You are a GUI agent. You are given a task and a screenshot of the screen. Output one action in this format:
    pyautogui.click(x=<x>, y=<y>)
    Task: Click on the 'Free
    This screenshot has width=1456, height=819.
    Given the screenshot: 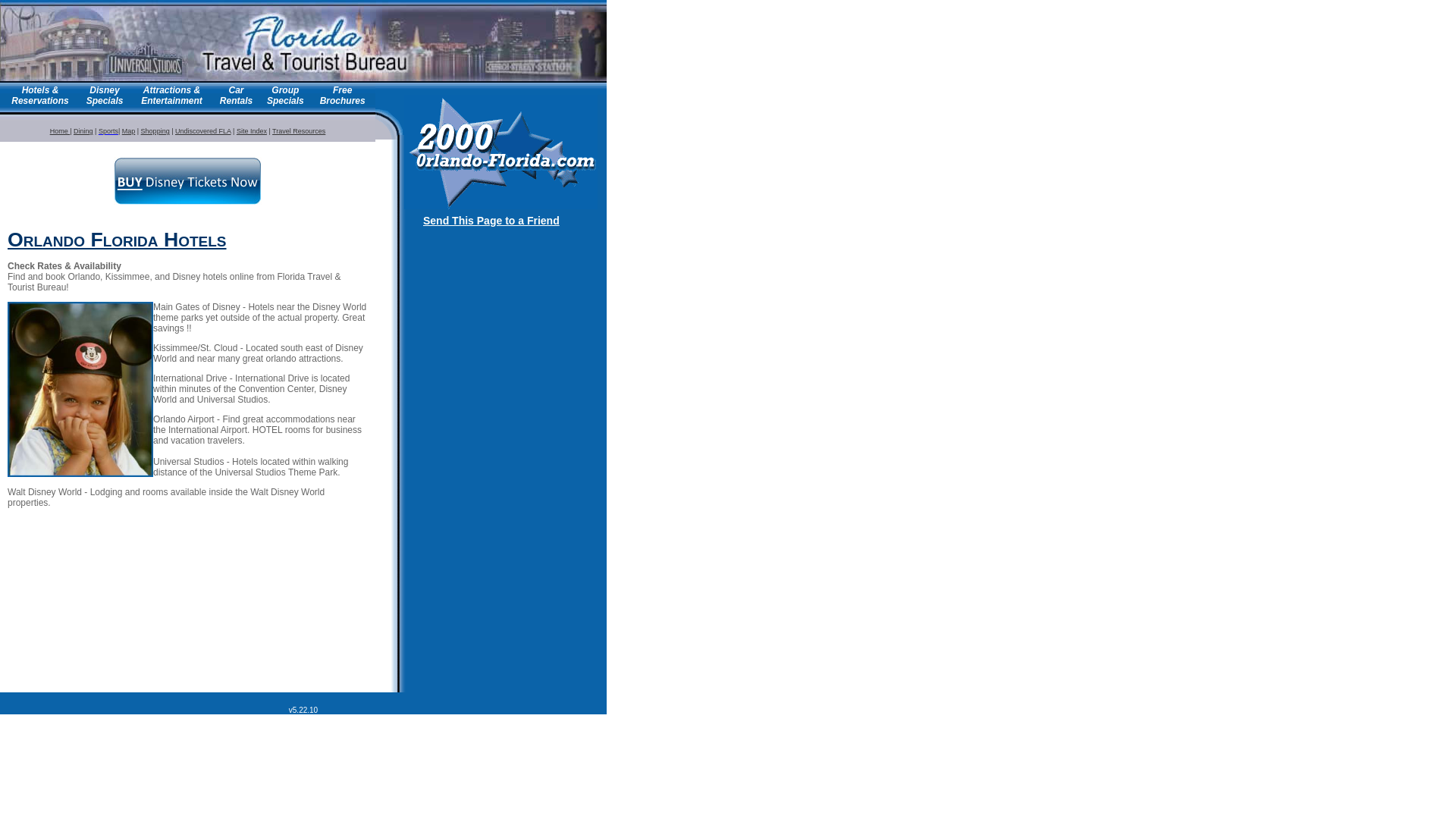 What is the action you would take?
    pyautogui.click(x=341, y=96)
    